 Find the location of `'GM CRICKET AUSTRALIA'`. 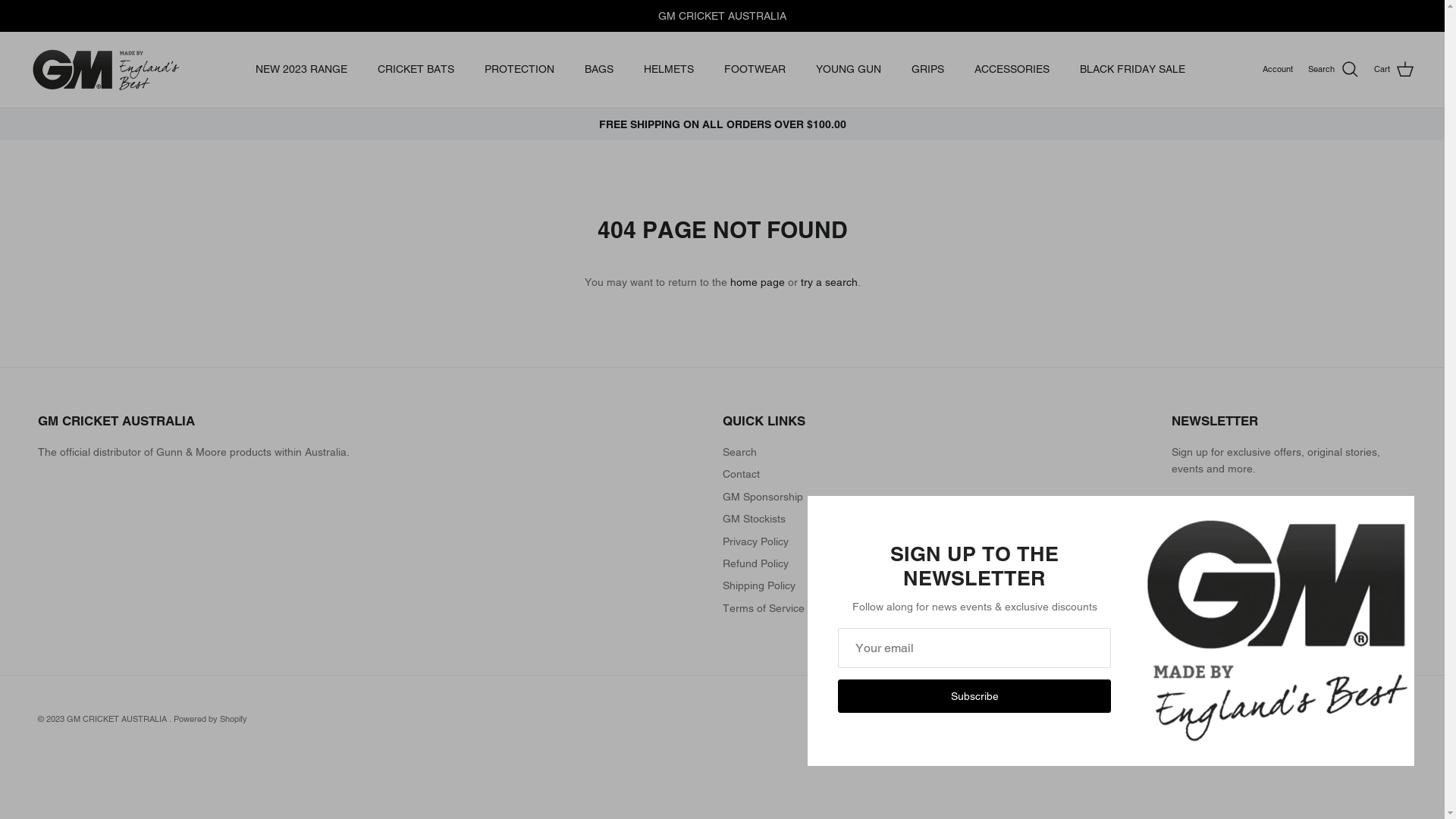

'GM CRICKET AUSTRALIA' is located at coordinates (117, 718).